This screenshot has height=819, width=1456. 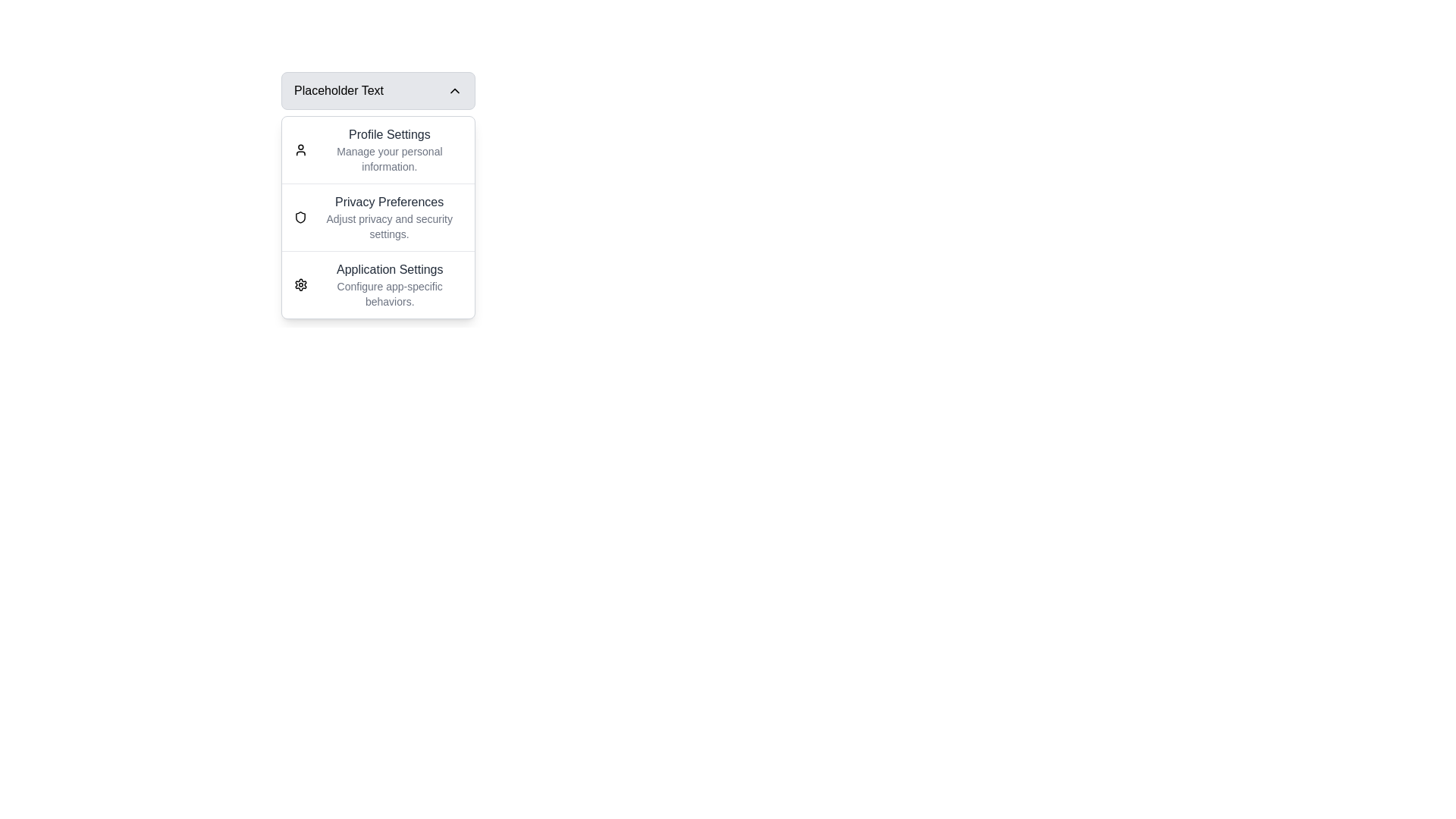 I want to click on the static text element containing 'Adjust privacy and security settings.' which is styled with a smaller gray font and positioned below the 'Privacy Preferences' title, so click(x=389, y=227).